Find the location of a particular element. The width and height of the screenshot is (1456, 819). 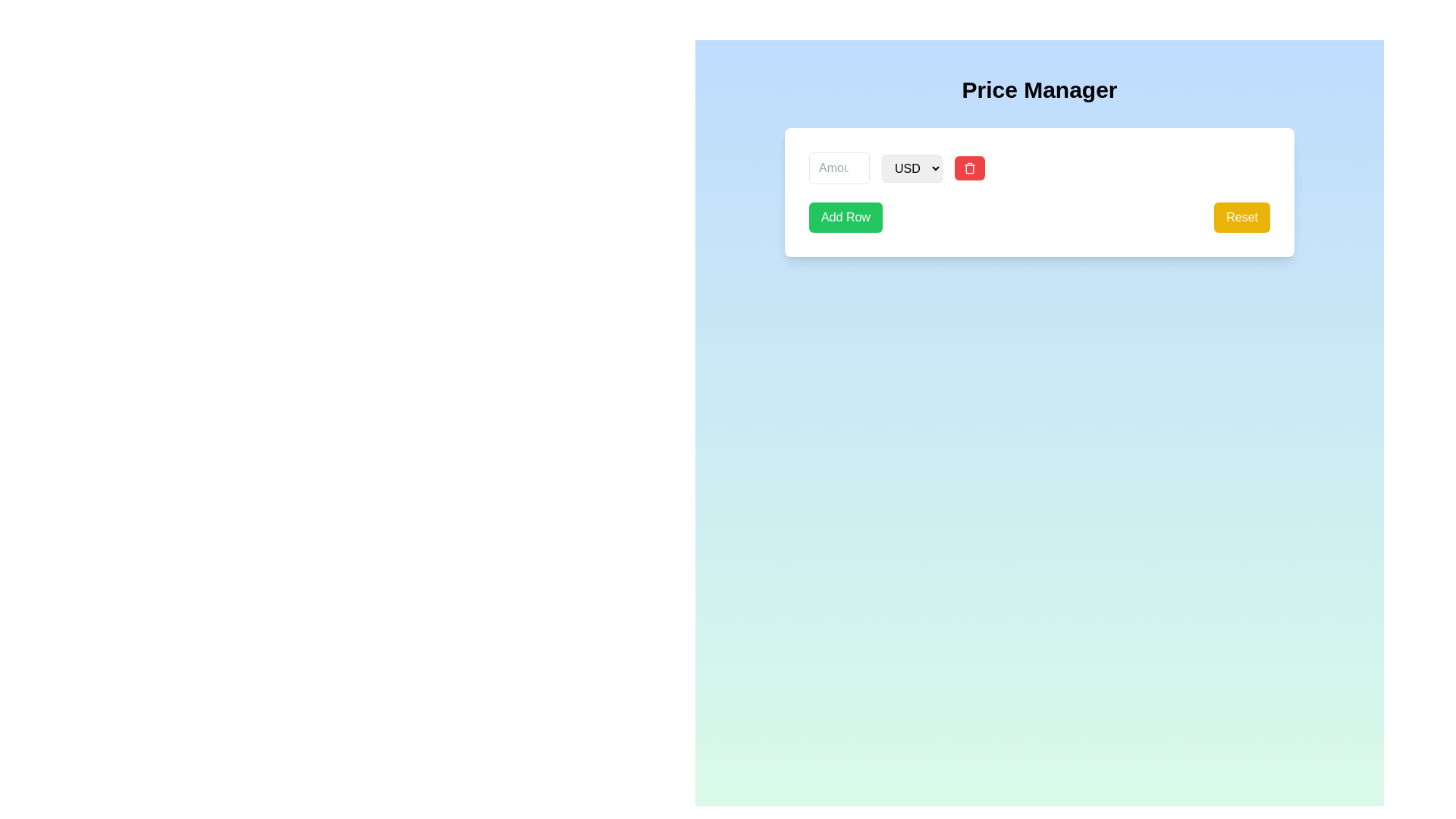

the rectangular green 'Add Row' button with white text is located at coordinates (845, 217).